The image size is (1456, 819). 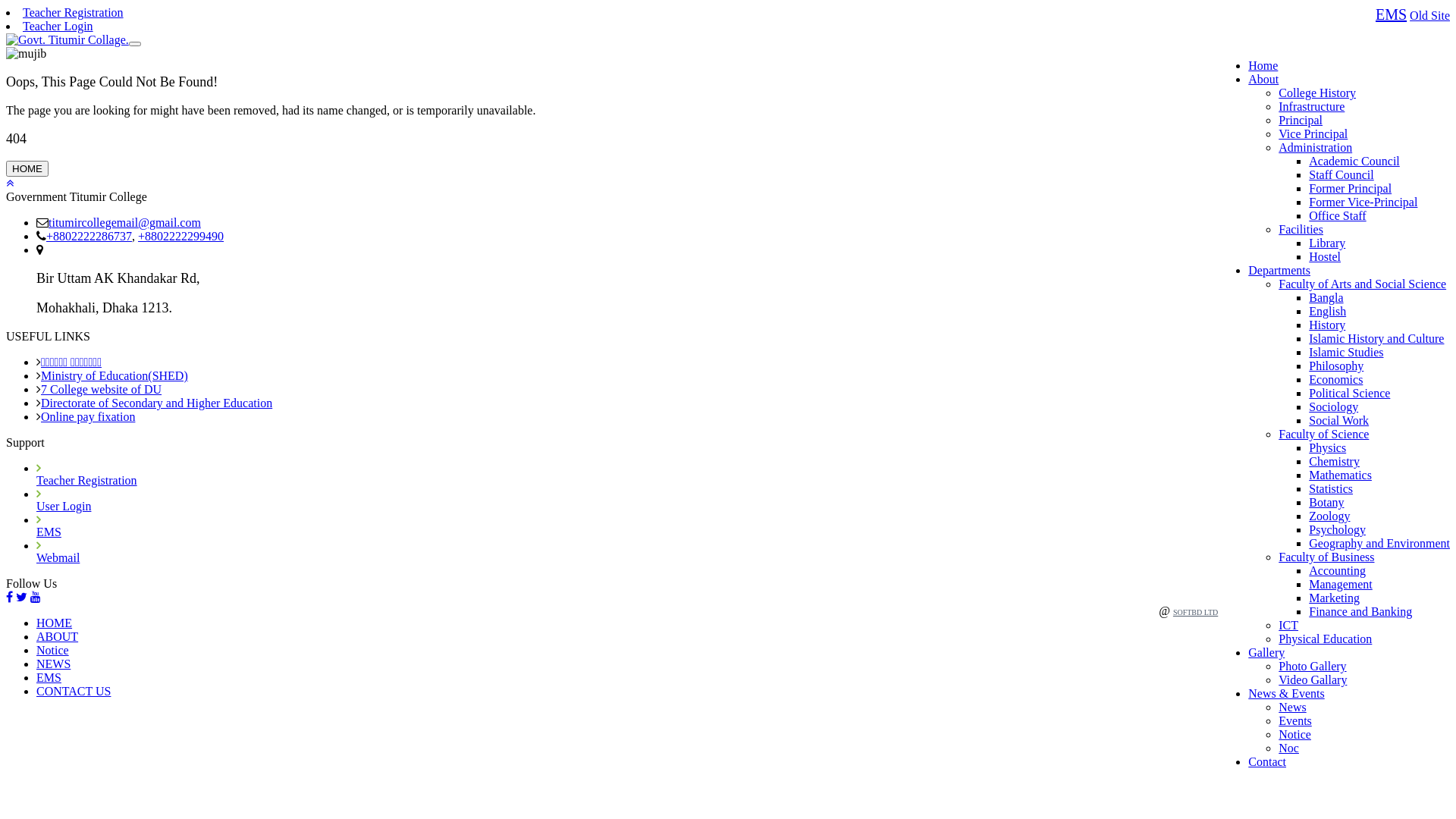 I want to click on 'Statistics', so click(x=1330, y=488).